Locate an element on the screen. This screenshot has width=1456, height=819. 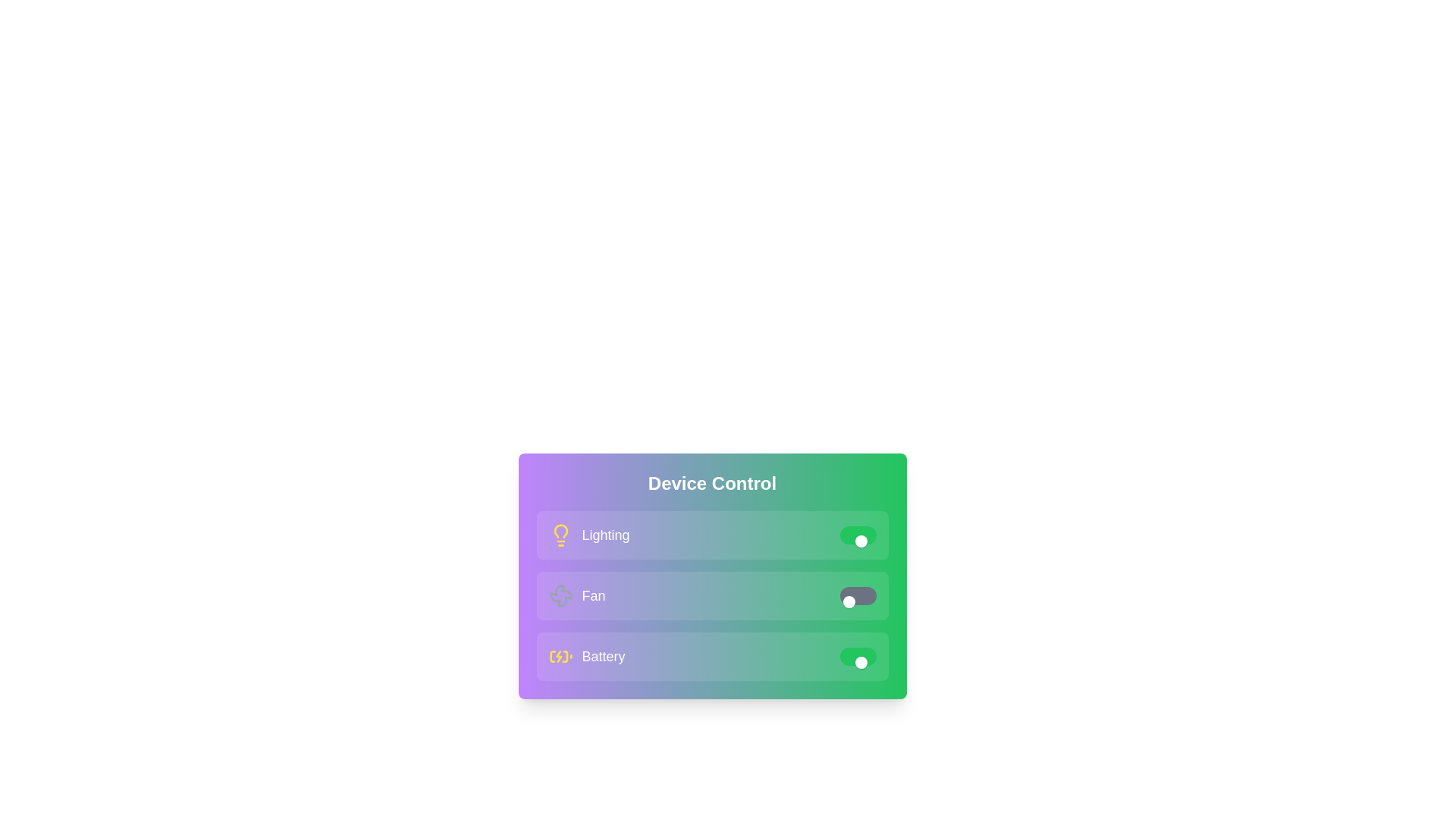
the icon representing Lighting is located at coordinates (560, 534).